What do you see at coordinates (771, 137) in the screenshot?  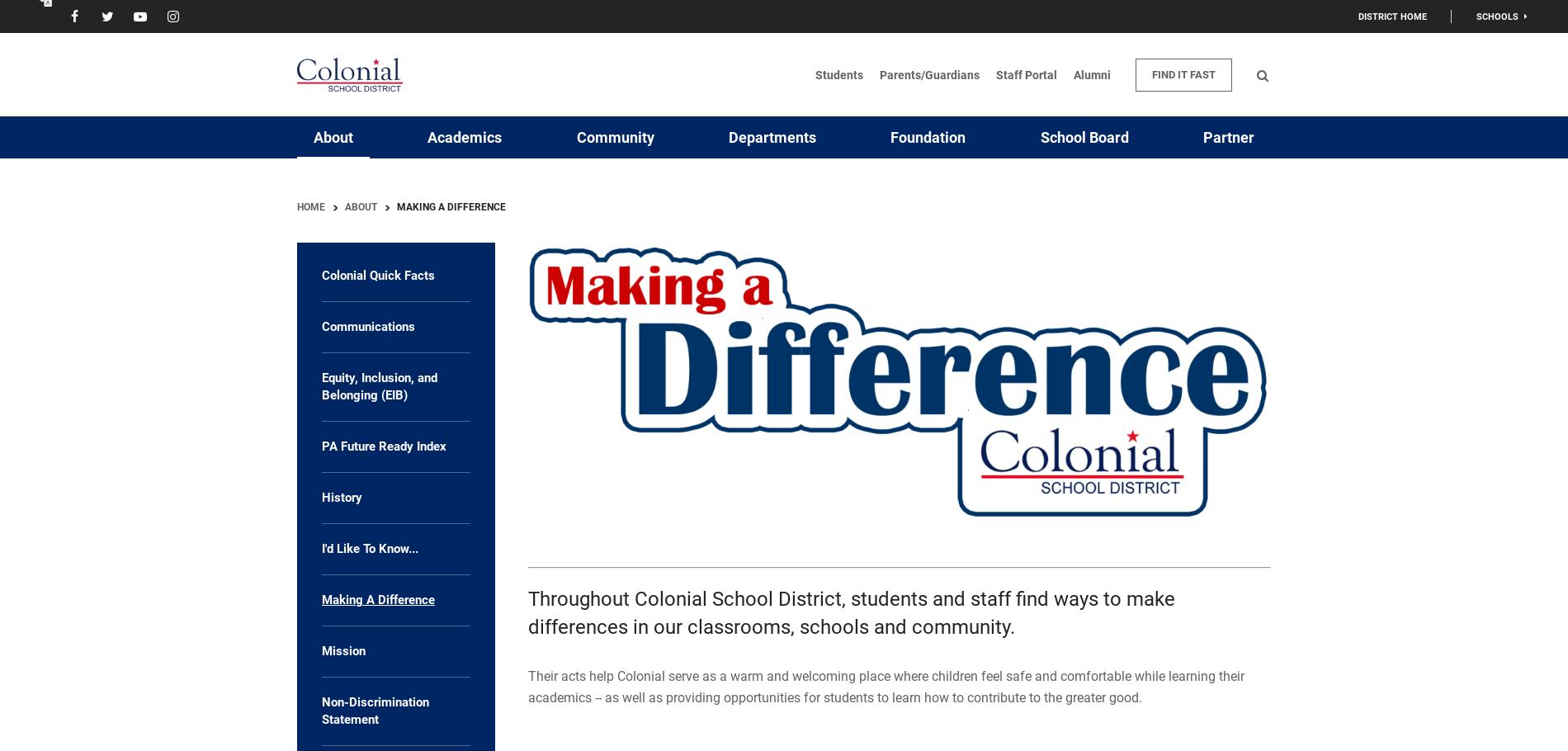 I see `'Departments'` at bounding box center [771, 137].